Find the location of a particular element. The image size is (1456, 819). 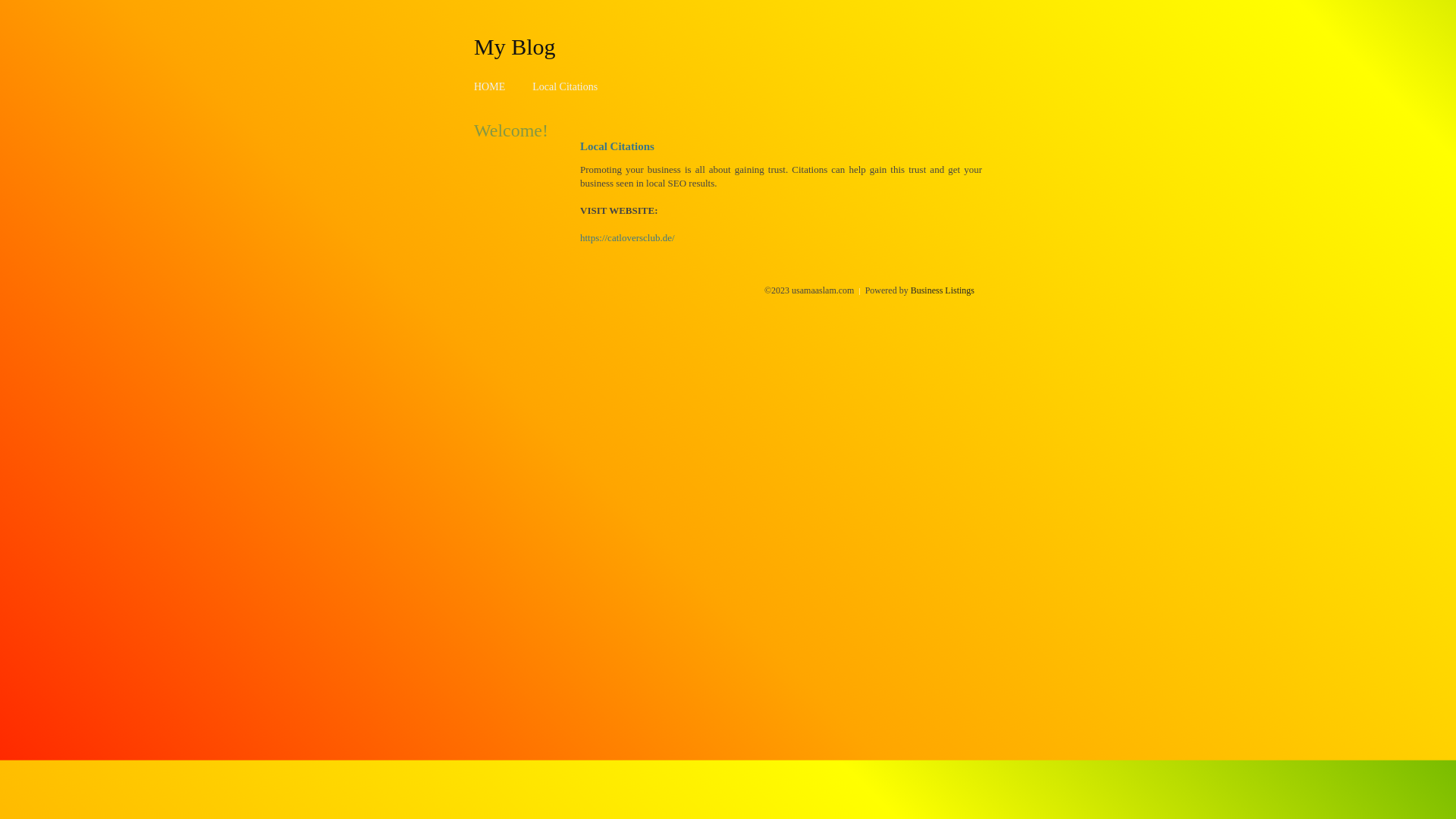

'My Blog' is located at coordinates (472, 45).